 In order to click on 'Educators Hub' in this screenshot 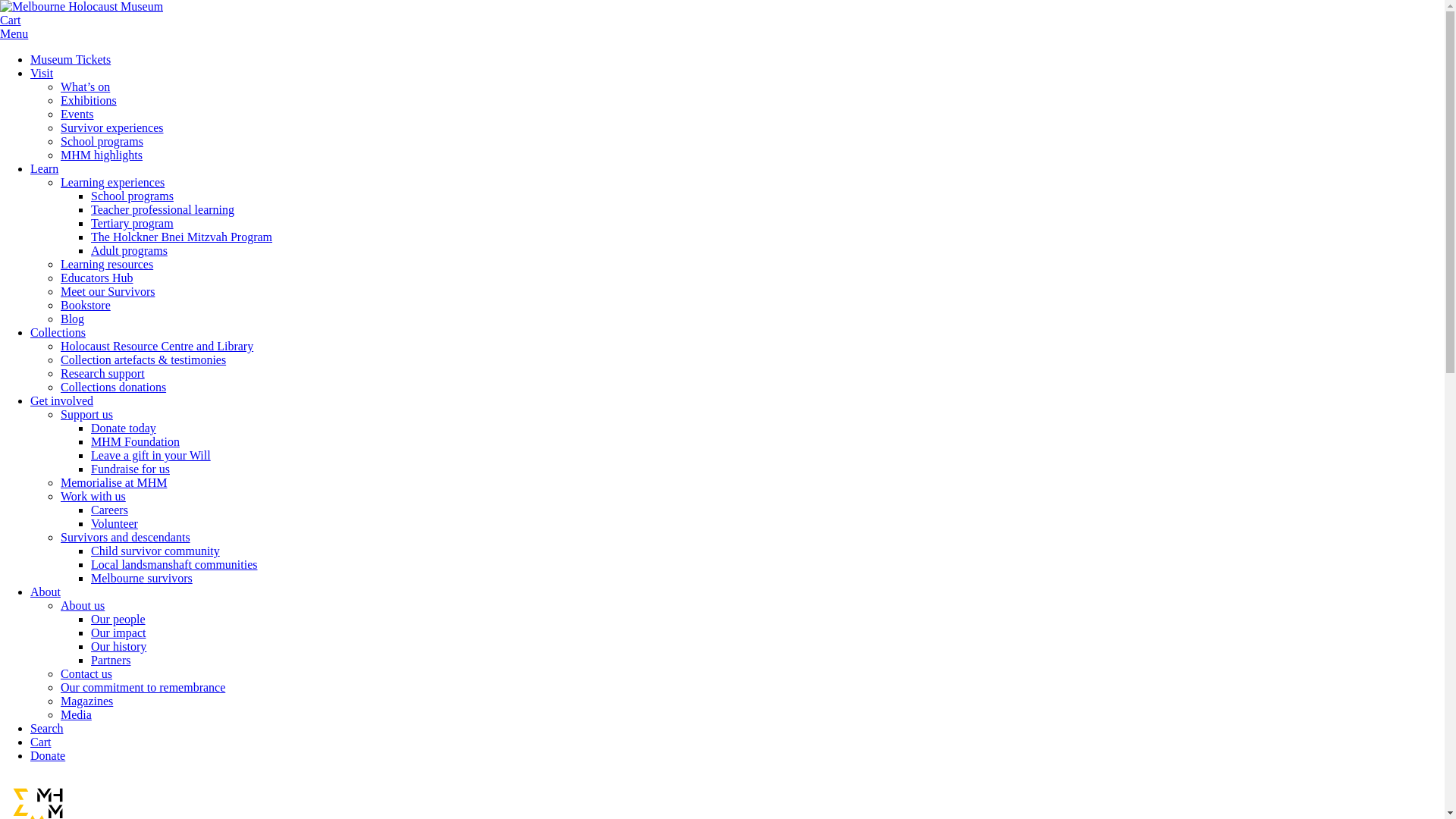, I will do `click(96, 278)`.